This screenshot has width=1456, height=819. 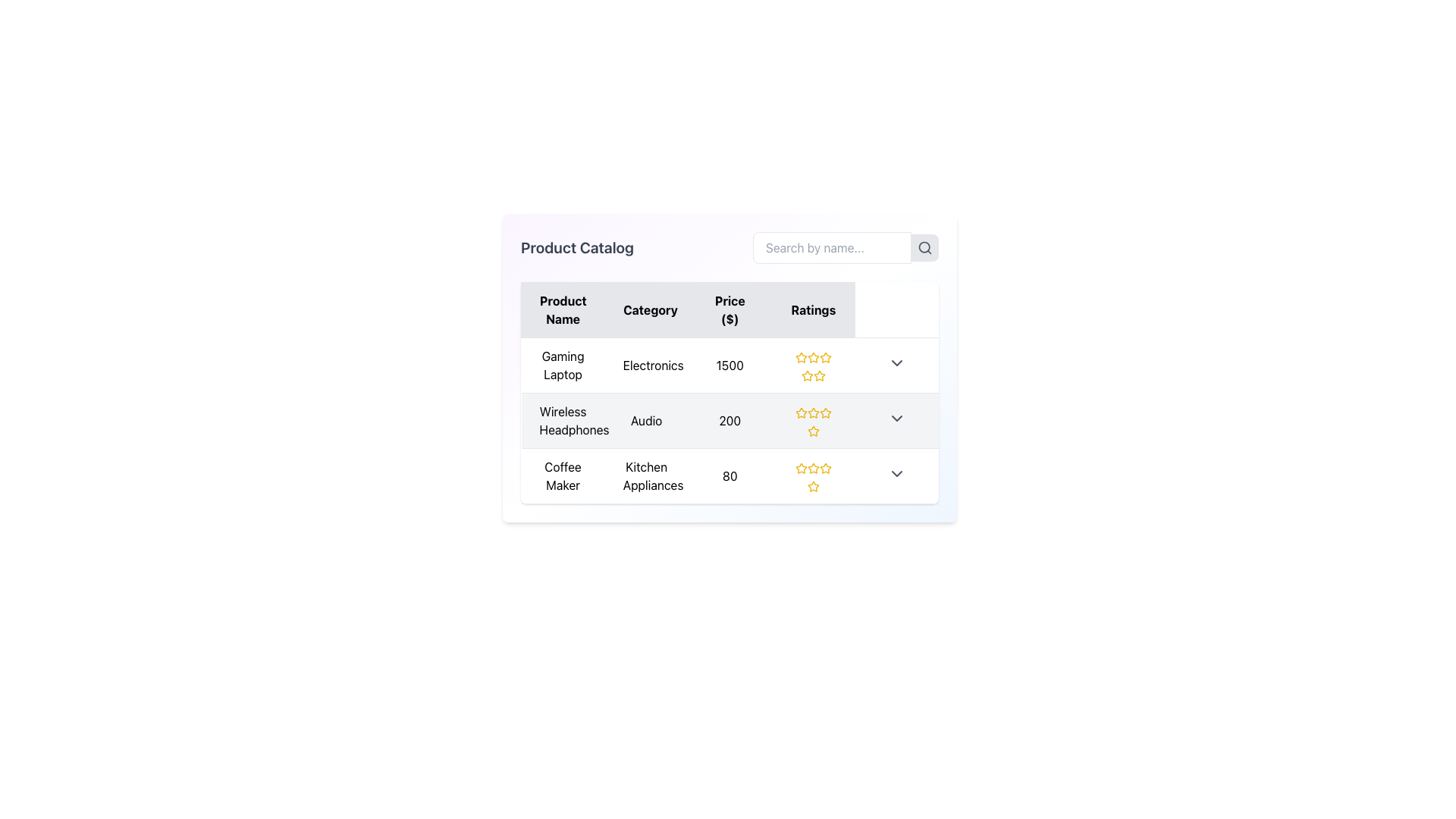 I want to click on the second star in the rating system for the 'Coffee Maker' product to potentially alter the rating, so click(x=824, y=467).